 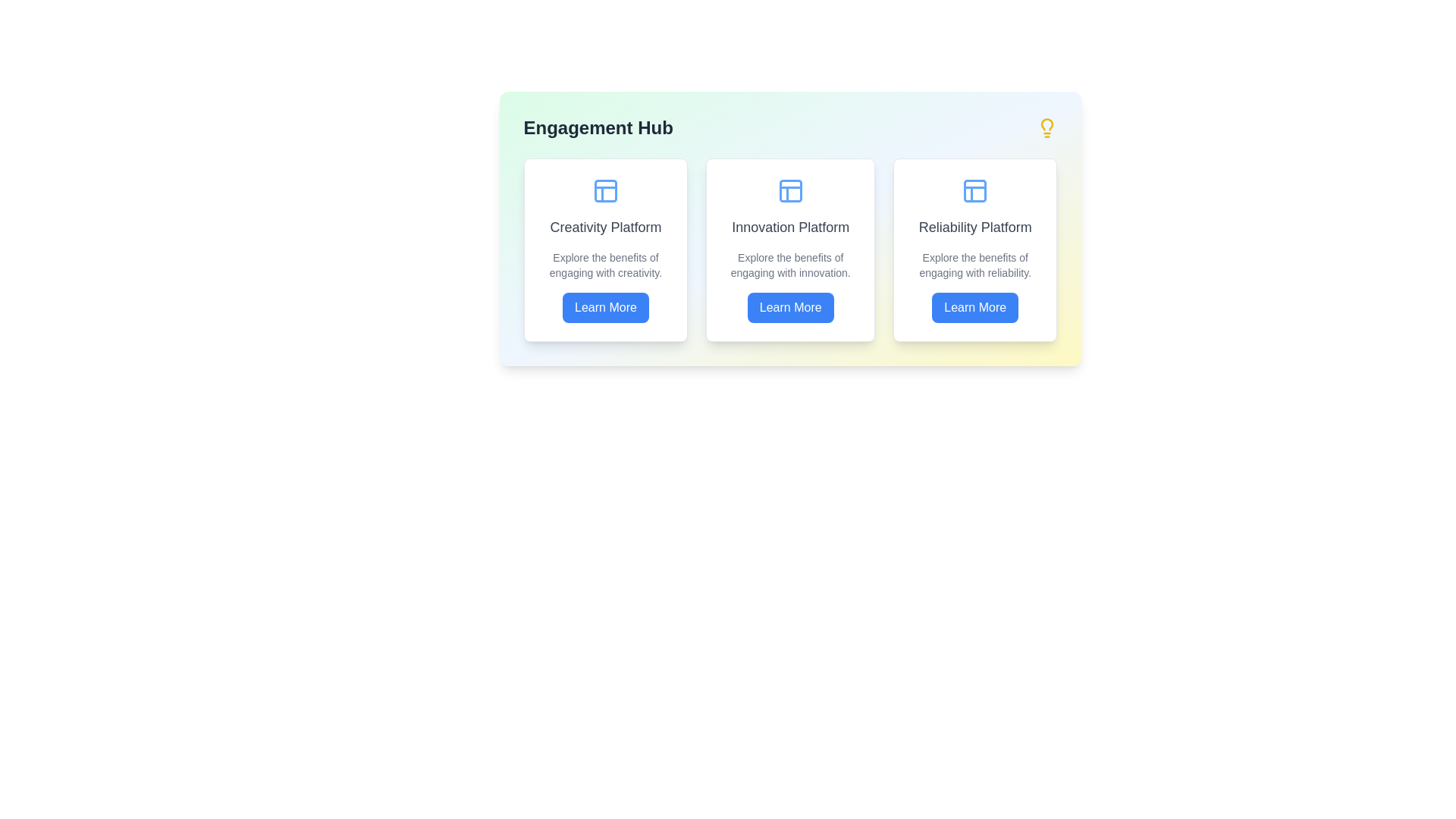 I want to click on the light bulb icon component styled in soft yellow, positioned at the top right corner above the 'Reliability Platform' card, so click(x=1046, y=124).